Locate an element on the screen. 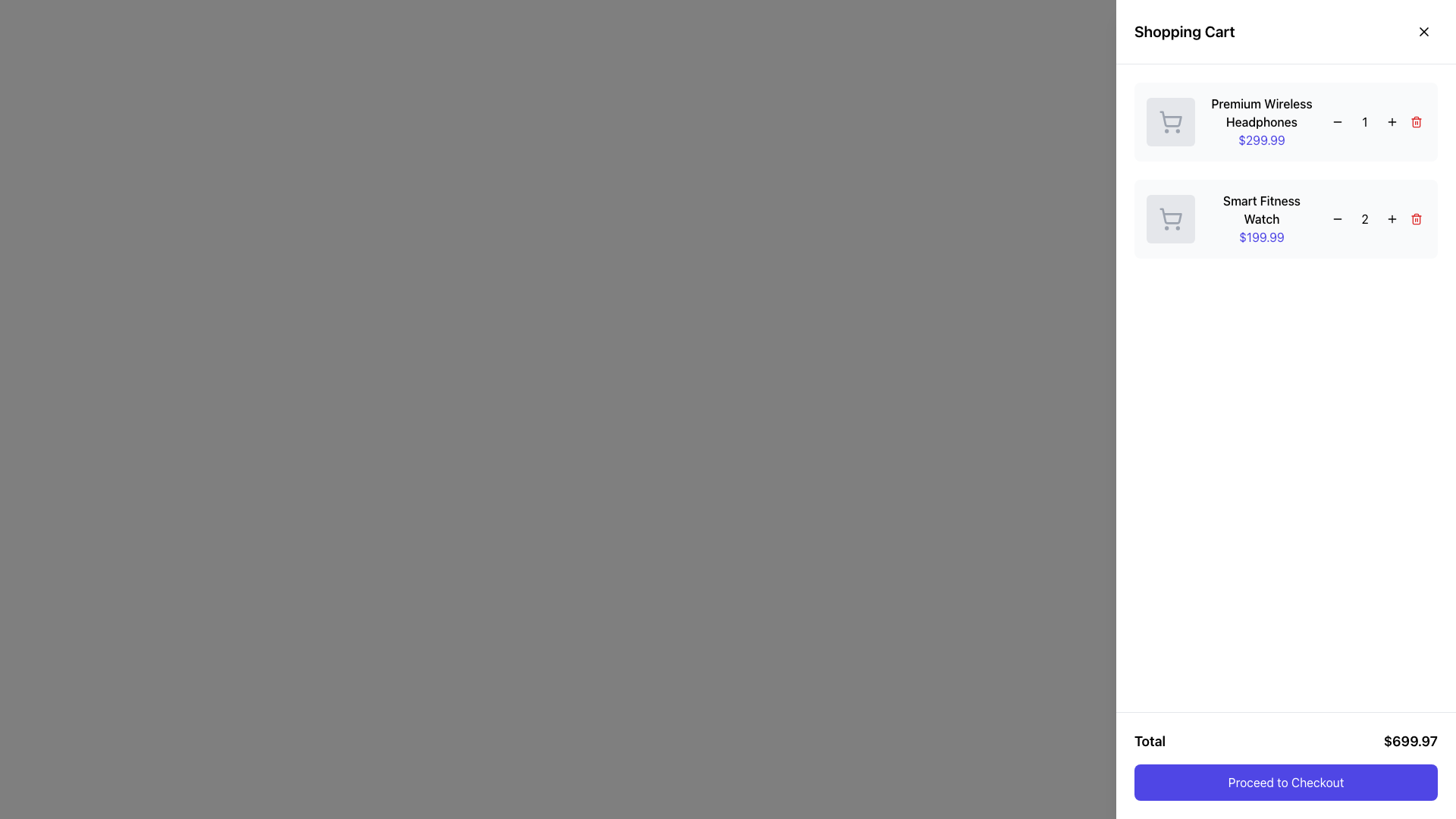  the text label displaying 'Premium Wireless Headphones' is located at coordinates (1262, 112).